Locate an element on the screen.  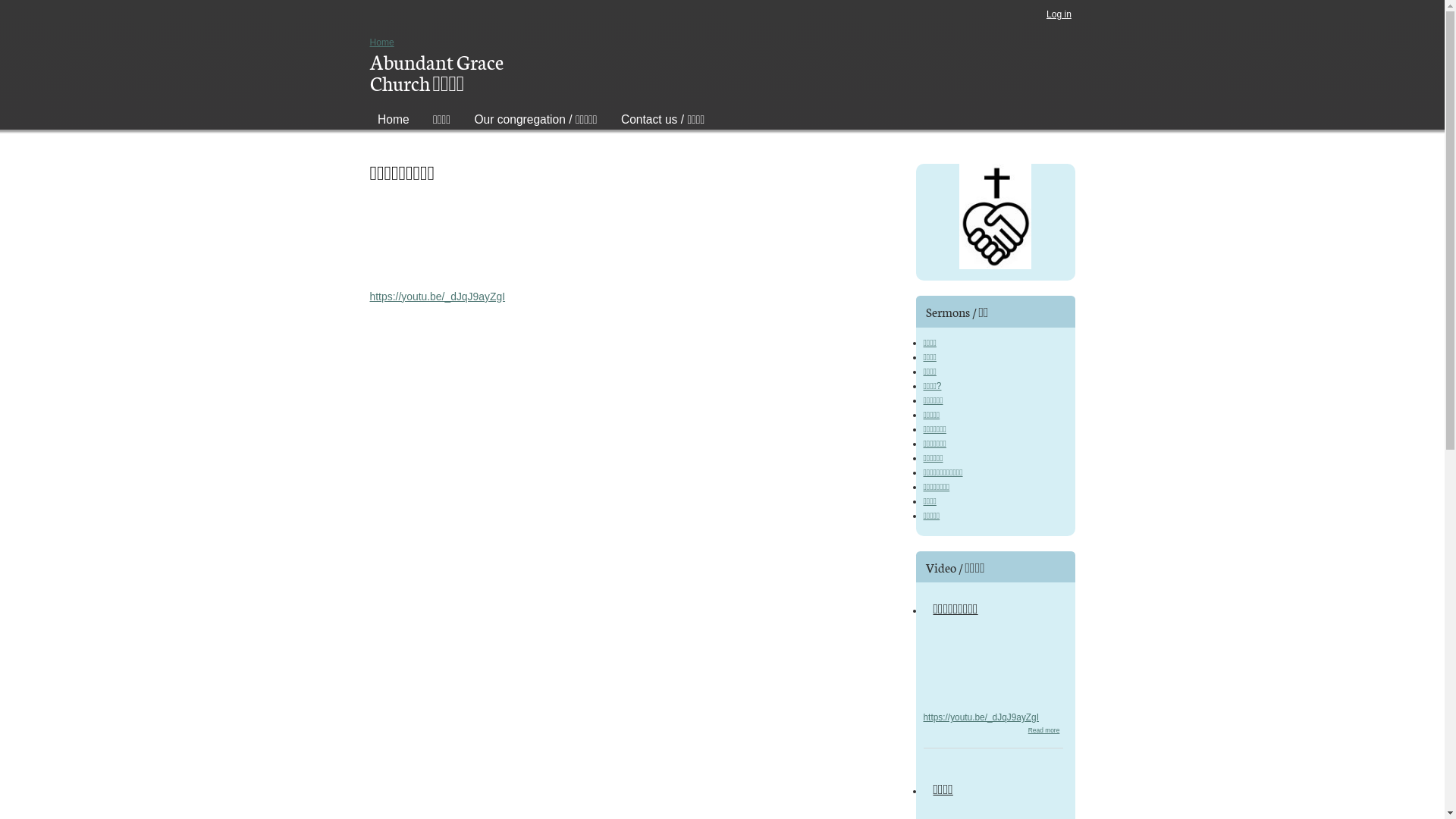
'https://youtu.be/_dJqJ9ayZgI' is located at coordinates (981, 717).